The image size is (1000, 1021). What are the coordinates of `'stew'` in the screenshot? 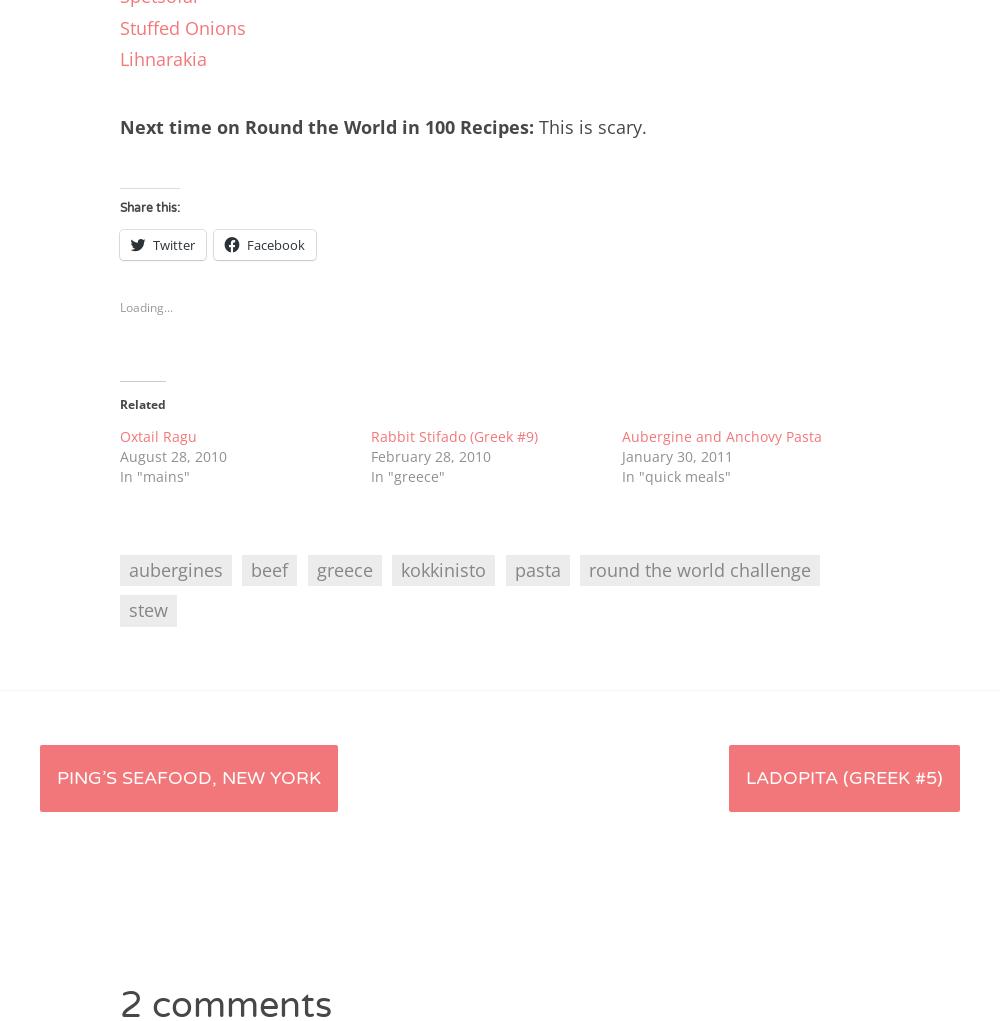 It's located at (148, 610).